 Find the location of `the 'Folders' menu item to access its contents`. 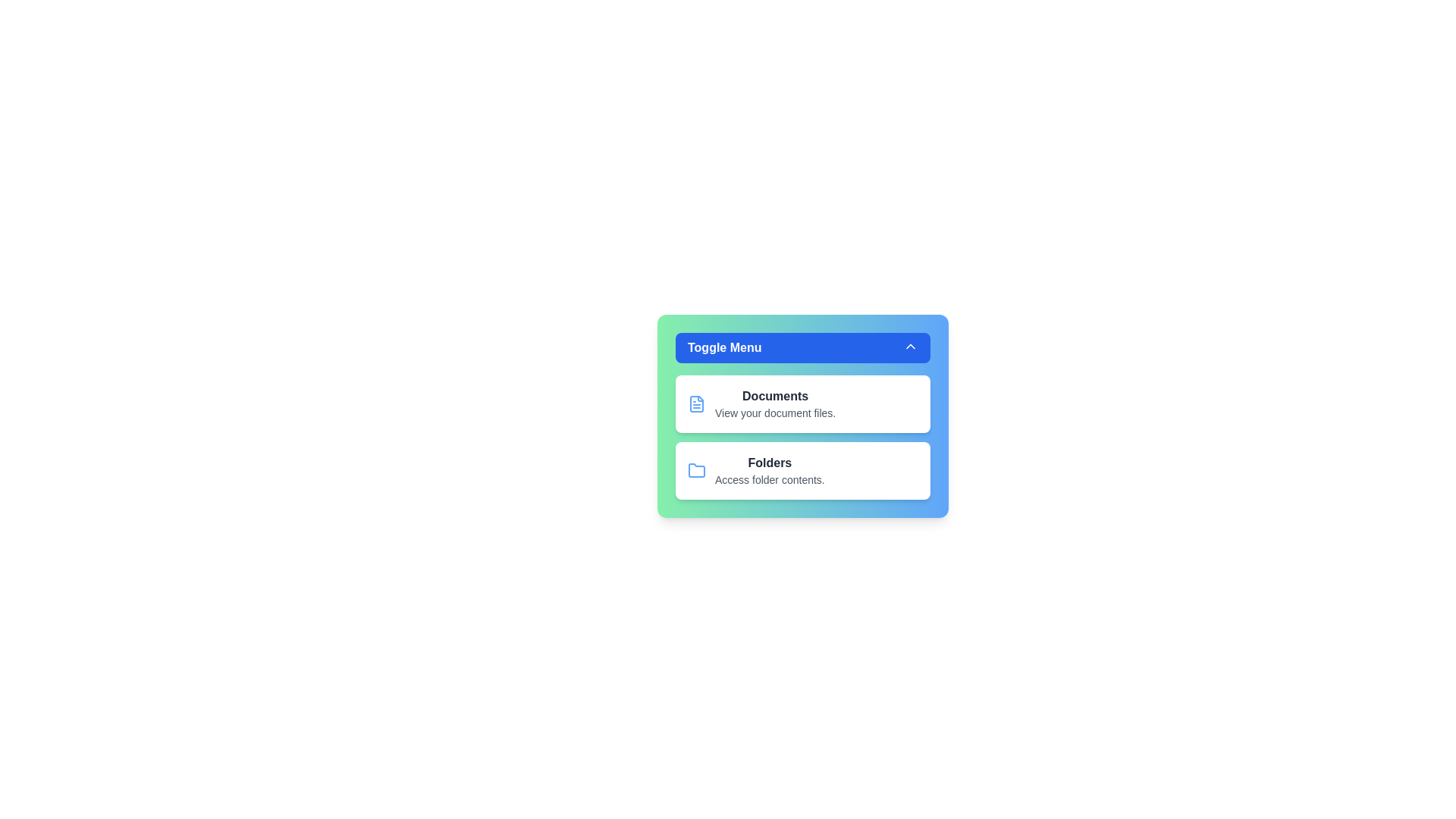

the 'Folders' menu item to access its contents is located at coordinates (802, 470).